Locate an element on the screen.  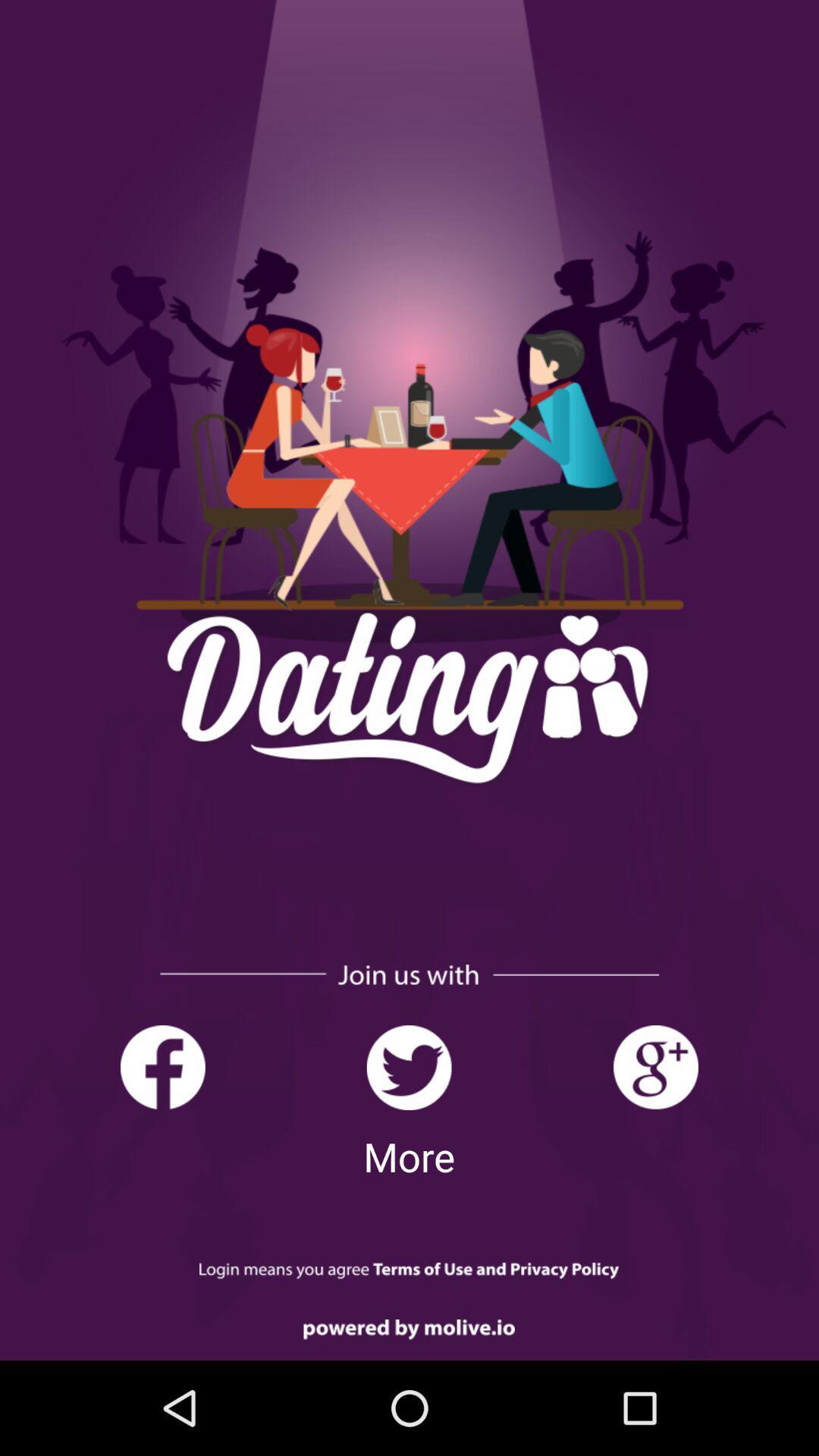
google is located at coordinates (654, 1067).